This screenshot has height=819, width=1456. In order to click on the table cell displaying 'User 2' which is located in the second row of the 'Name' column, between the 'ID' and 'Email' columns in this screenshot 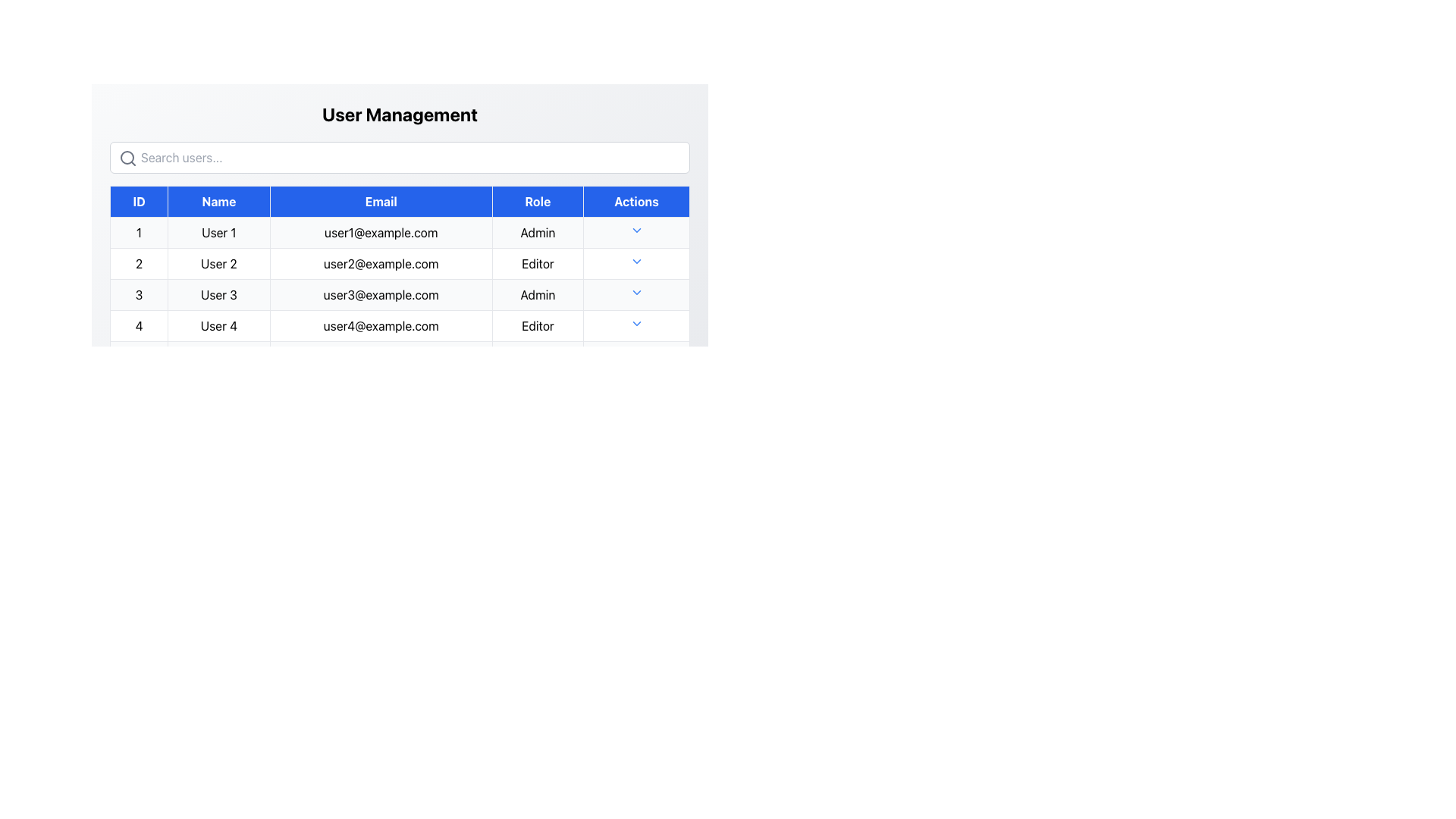, I will do `click(218, 262)`.